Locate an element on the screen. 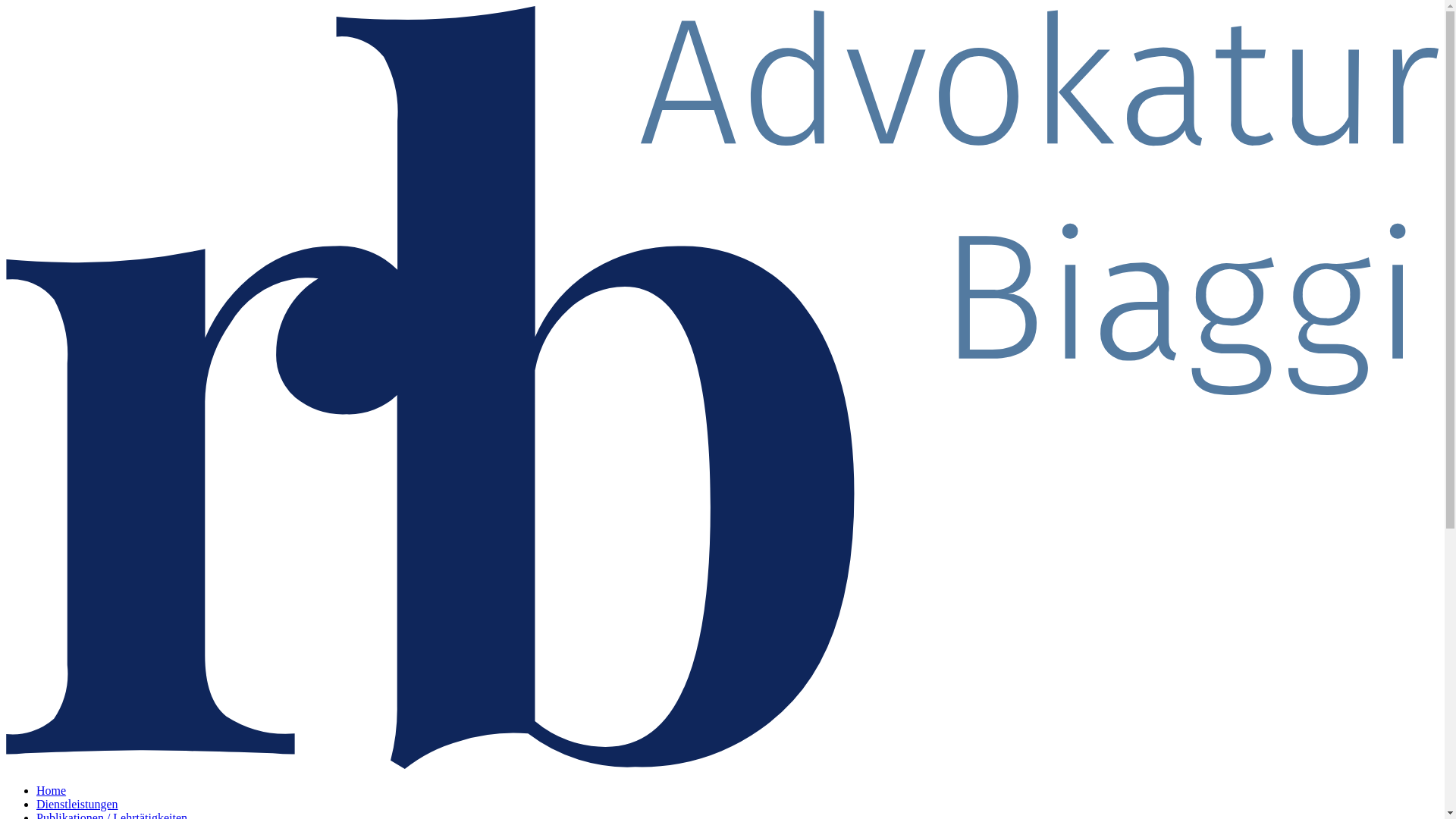 The height and width of the screenshot is (819, 1456). ' ' is located at coordinates (6, 386).